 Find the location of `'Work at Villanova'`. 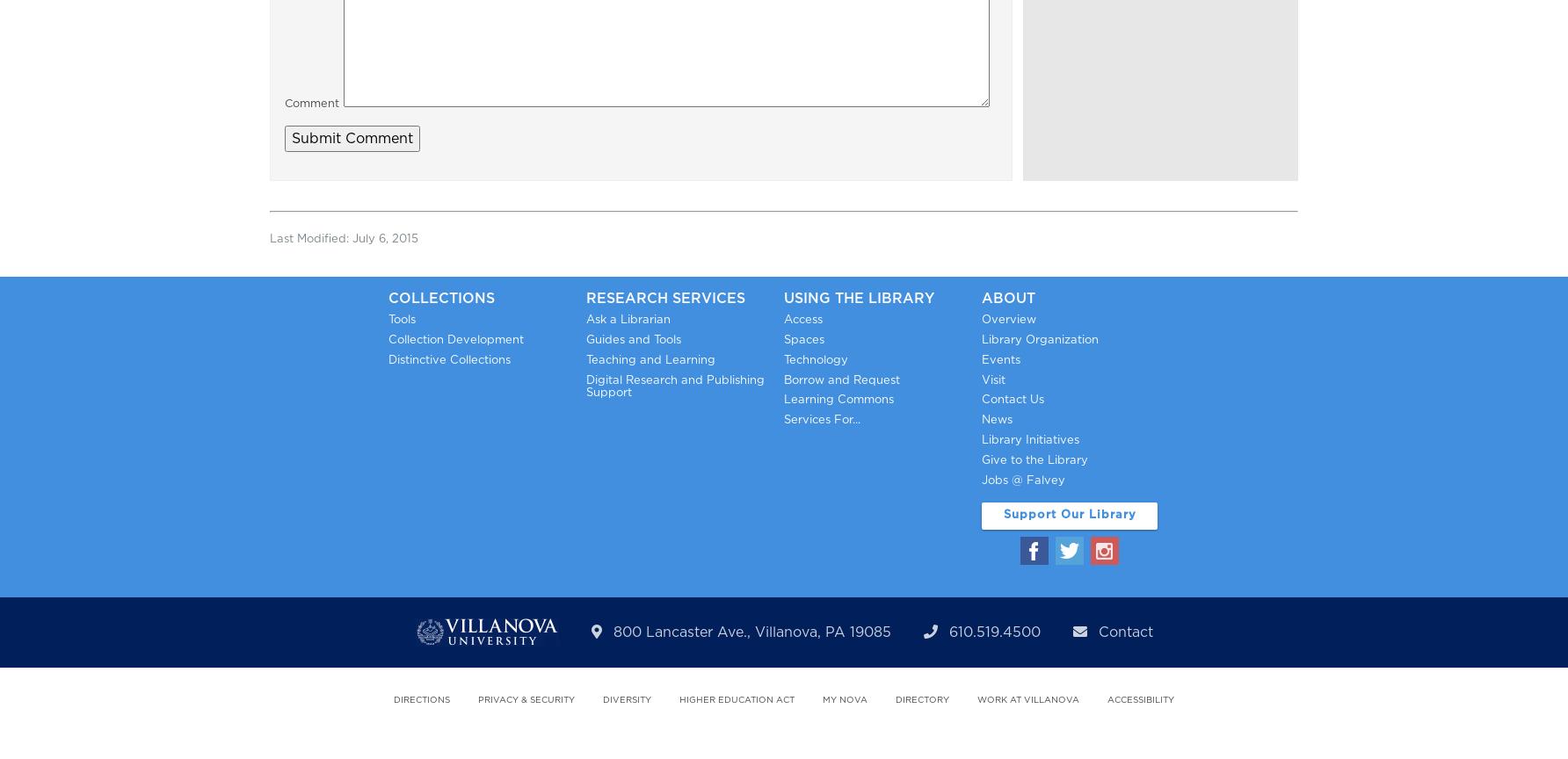

'Work at Villanova' is located at coordinates (976, 699).